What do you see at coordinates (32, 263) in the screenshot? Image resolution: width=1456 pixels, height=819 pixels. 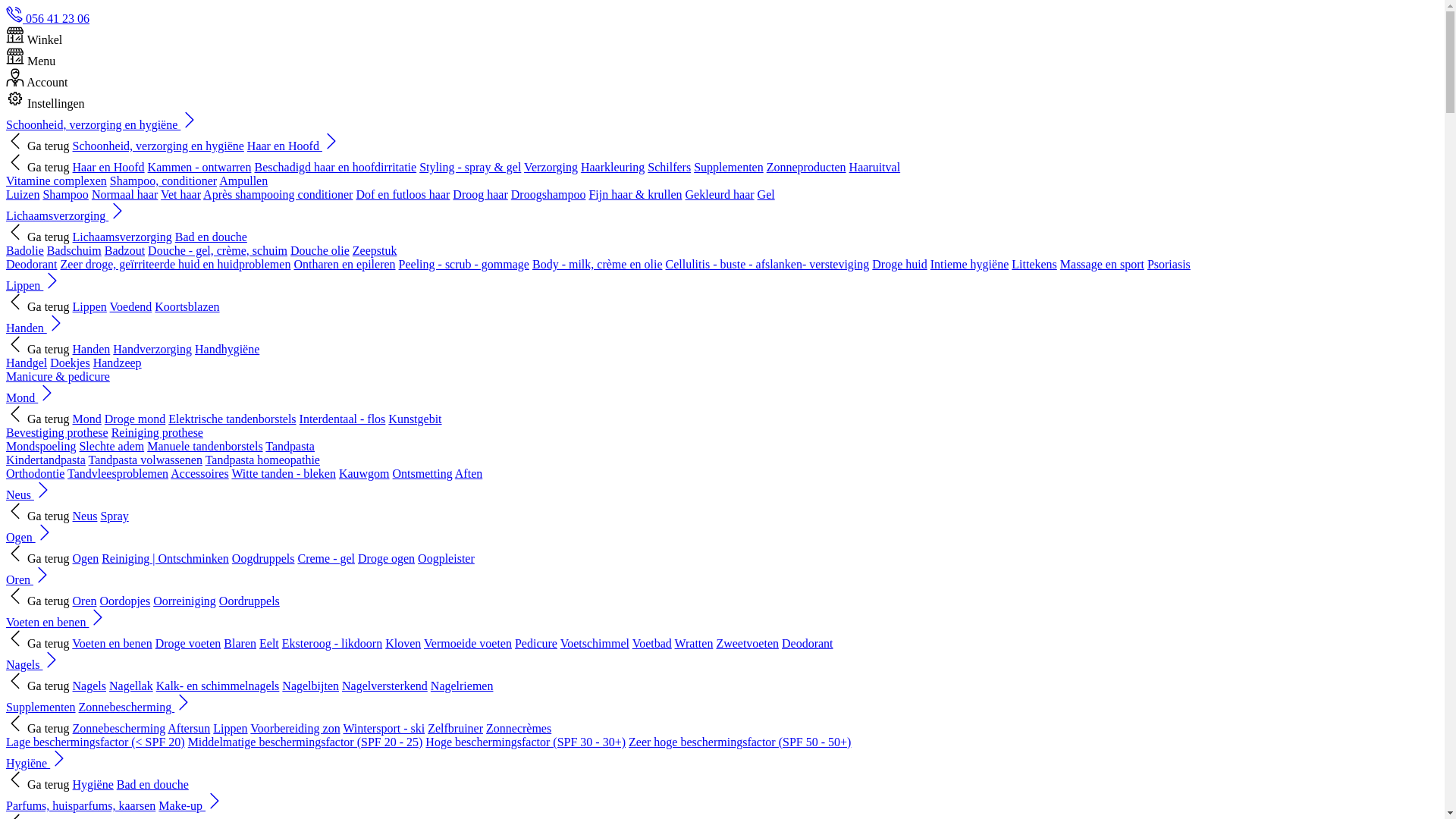 I see `'Deodorant'` at bounding box center [32, 263].